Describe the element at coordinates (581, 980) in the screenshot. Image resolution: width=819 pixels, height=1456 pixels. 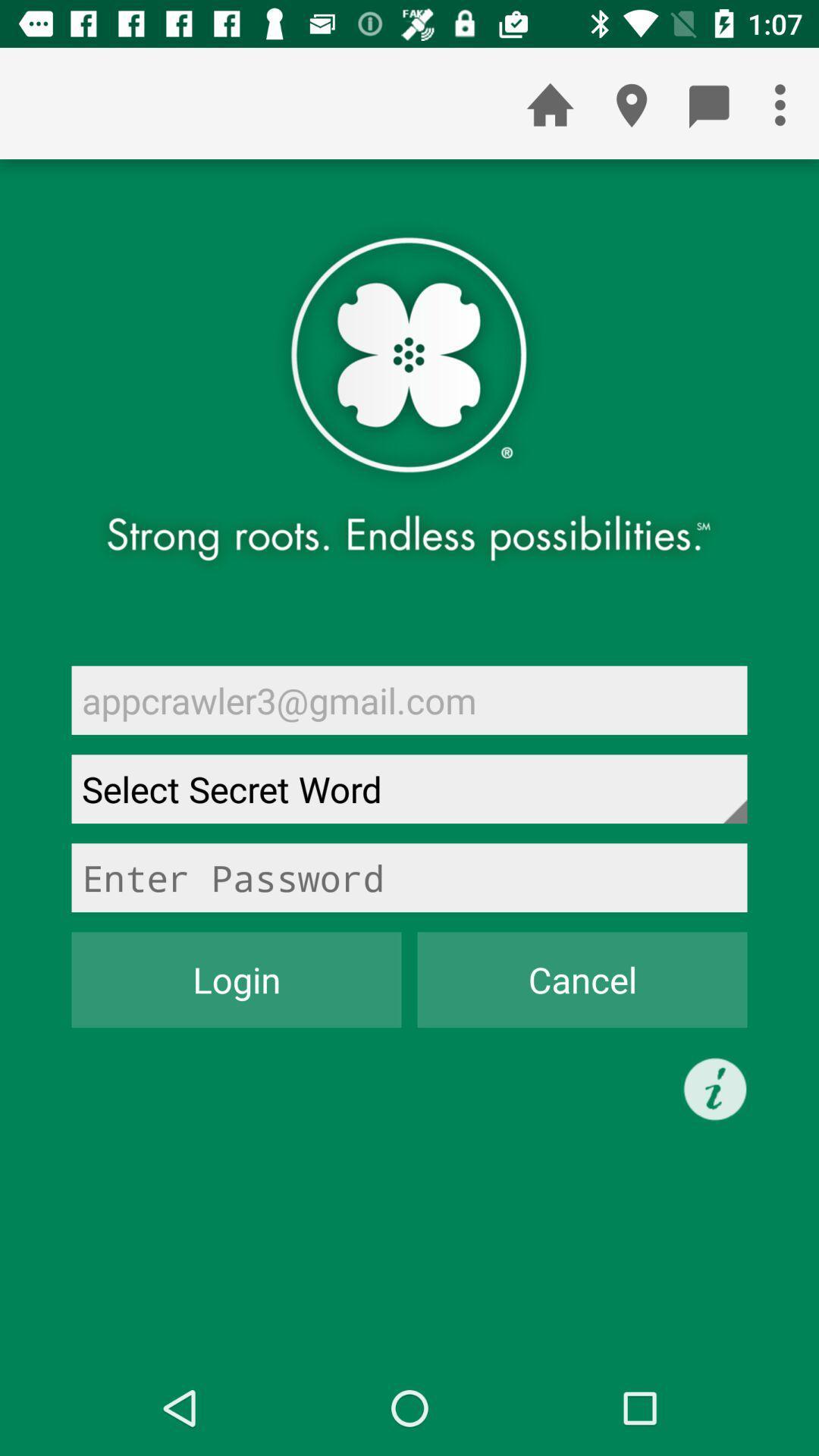
I see `icon to the right of the login` at that location.